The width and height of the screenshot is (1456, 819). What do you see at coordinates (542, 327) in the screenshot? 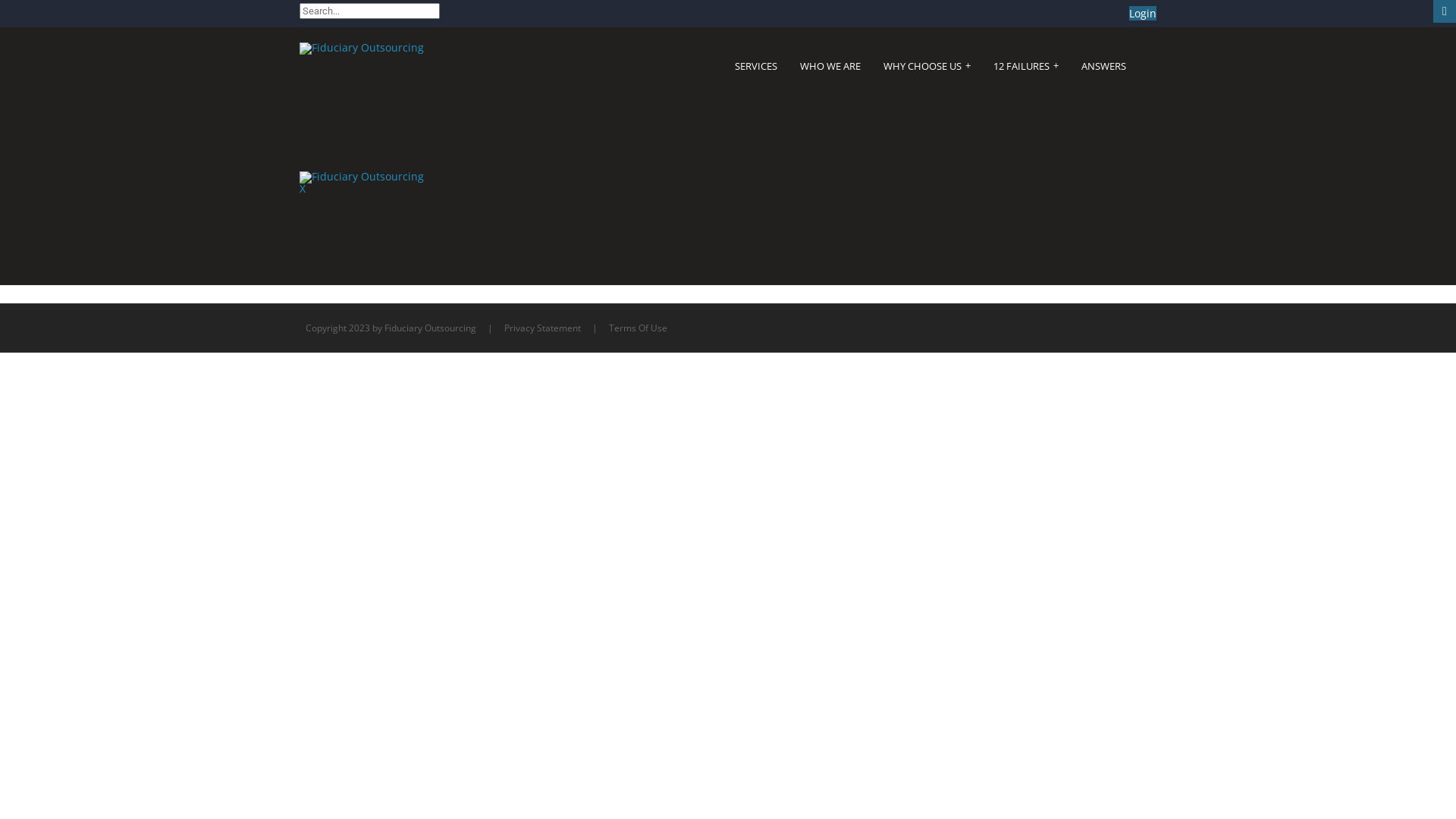
I see `'Privacy Statement'` at bounding box center [542, 327].